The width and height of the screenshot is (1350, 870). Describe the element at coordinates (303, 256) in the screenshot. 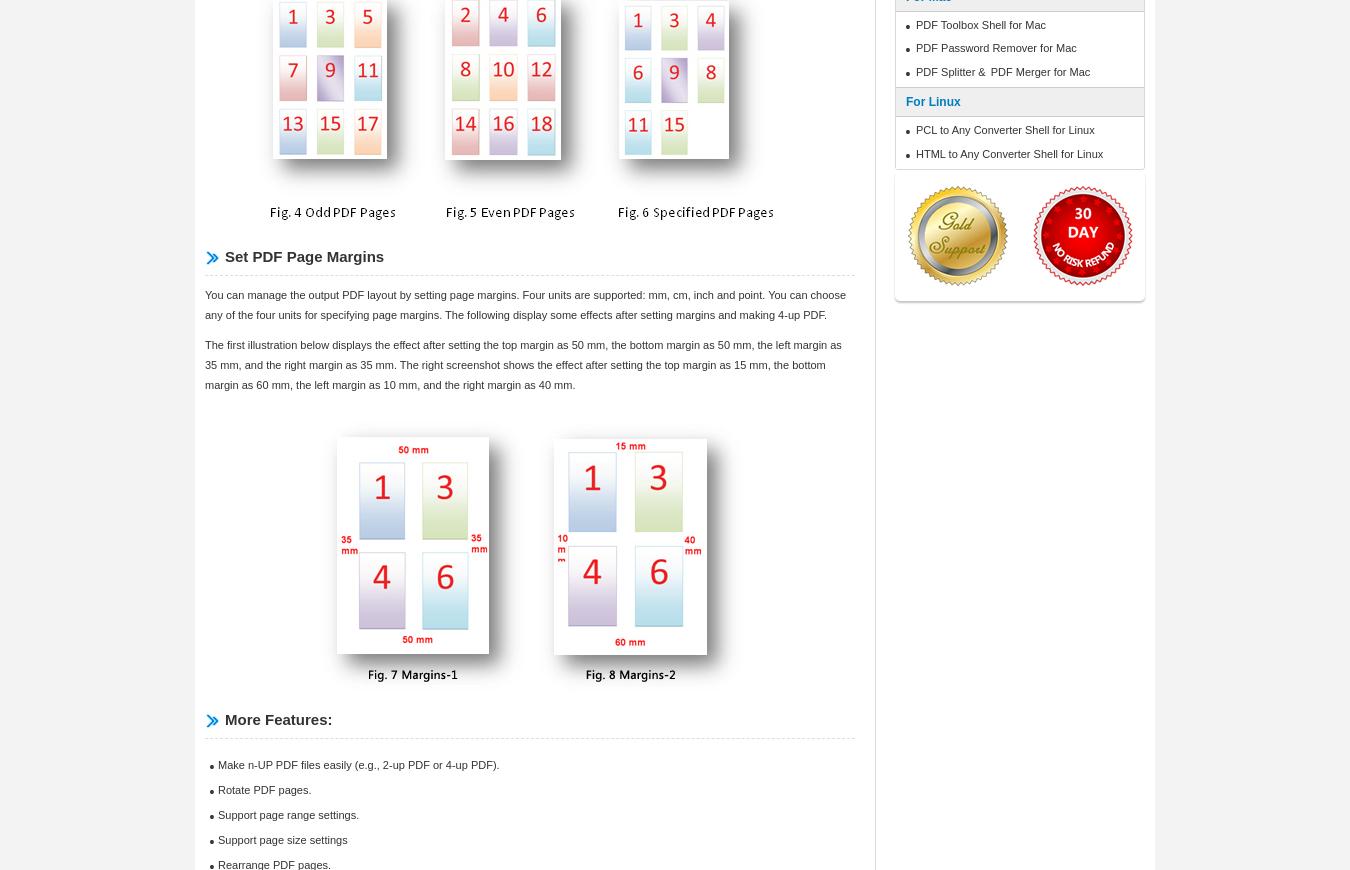

I see `'Set PDF Page Margins'` at that location.